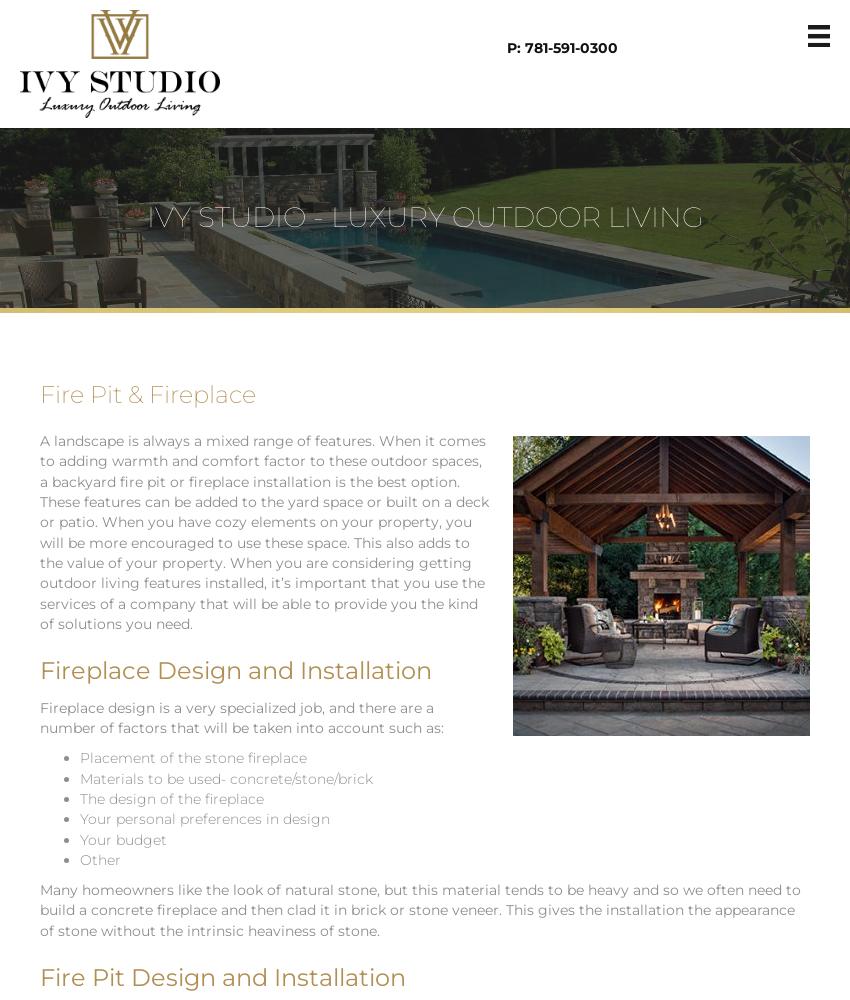  I want to click on 'Placement of the stone fireplace', so click(192, 758).